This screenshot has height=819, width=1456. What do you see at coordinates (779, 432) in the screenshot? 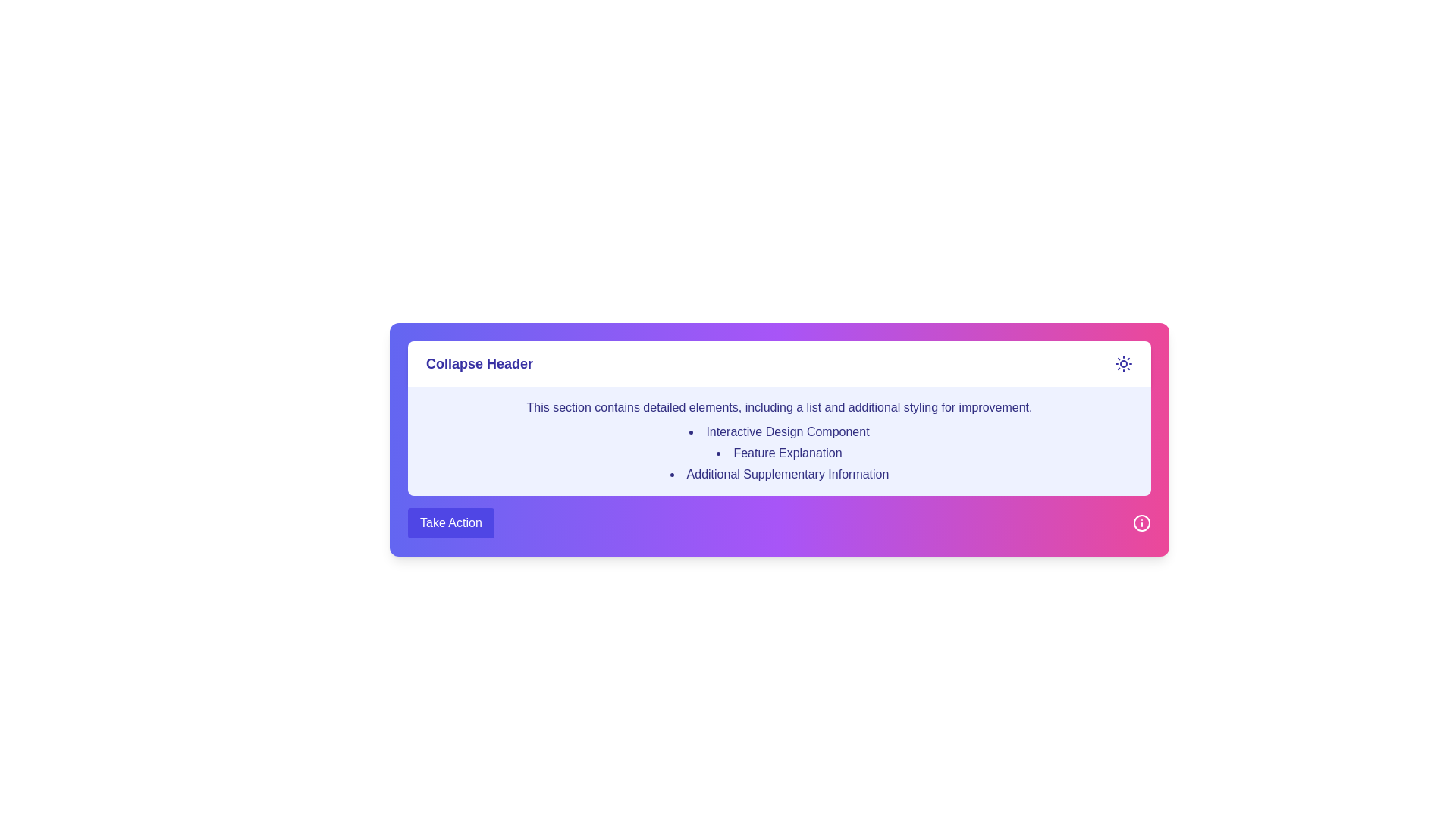
I see `text label that serves as the first bullet point in a vertical list, positioned above 'Feature Explanation' and 'Additional Supplementary Information' within a purple box` at bounding box center [779, 432].